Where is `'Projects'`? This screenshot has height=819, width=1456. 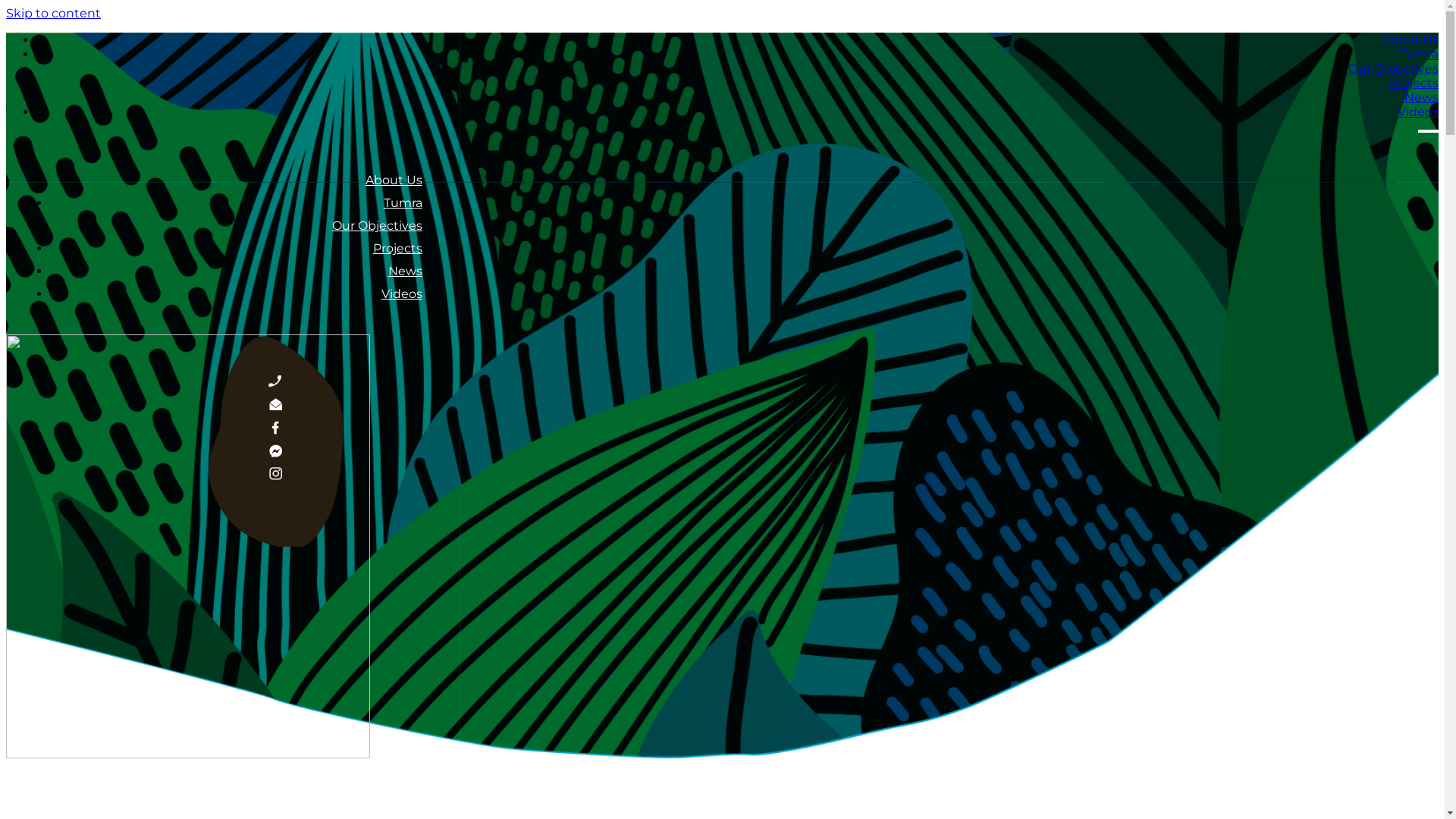
'Projects' is located at coordinates (1389, 83).